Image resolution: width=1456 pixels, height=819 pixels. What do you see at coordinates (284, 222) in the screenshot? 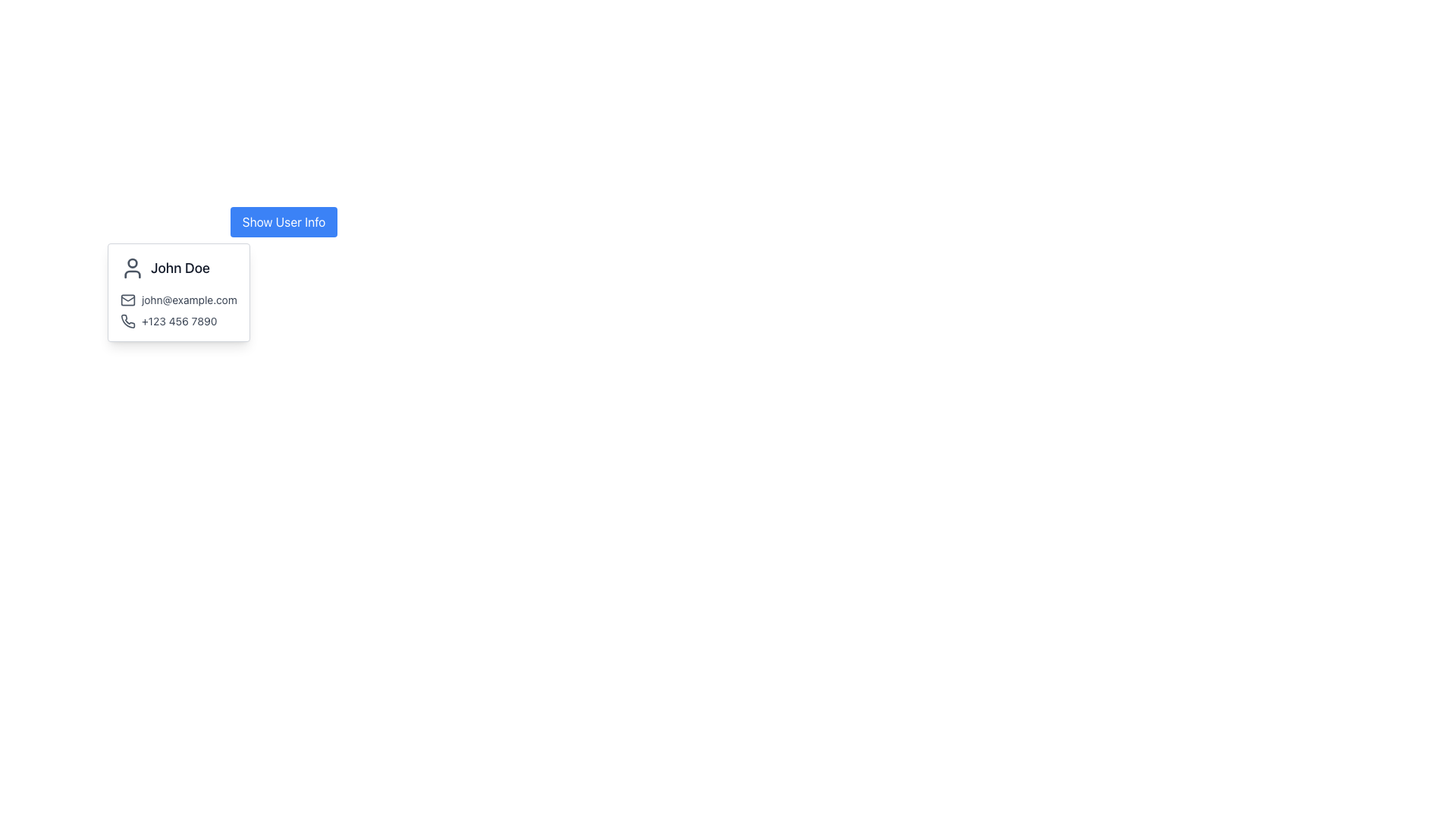
I see `the 'Show User Info' button to change its color` at bounding box center [284, 222].